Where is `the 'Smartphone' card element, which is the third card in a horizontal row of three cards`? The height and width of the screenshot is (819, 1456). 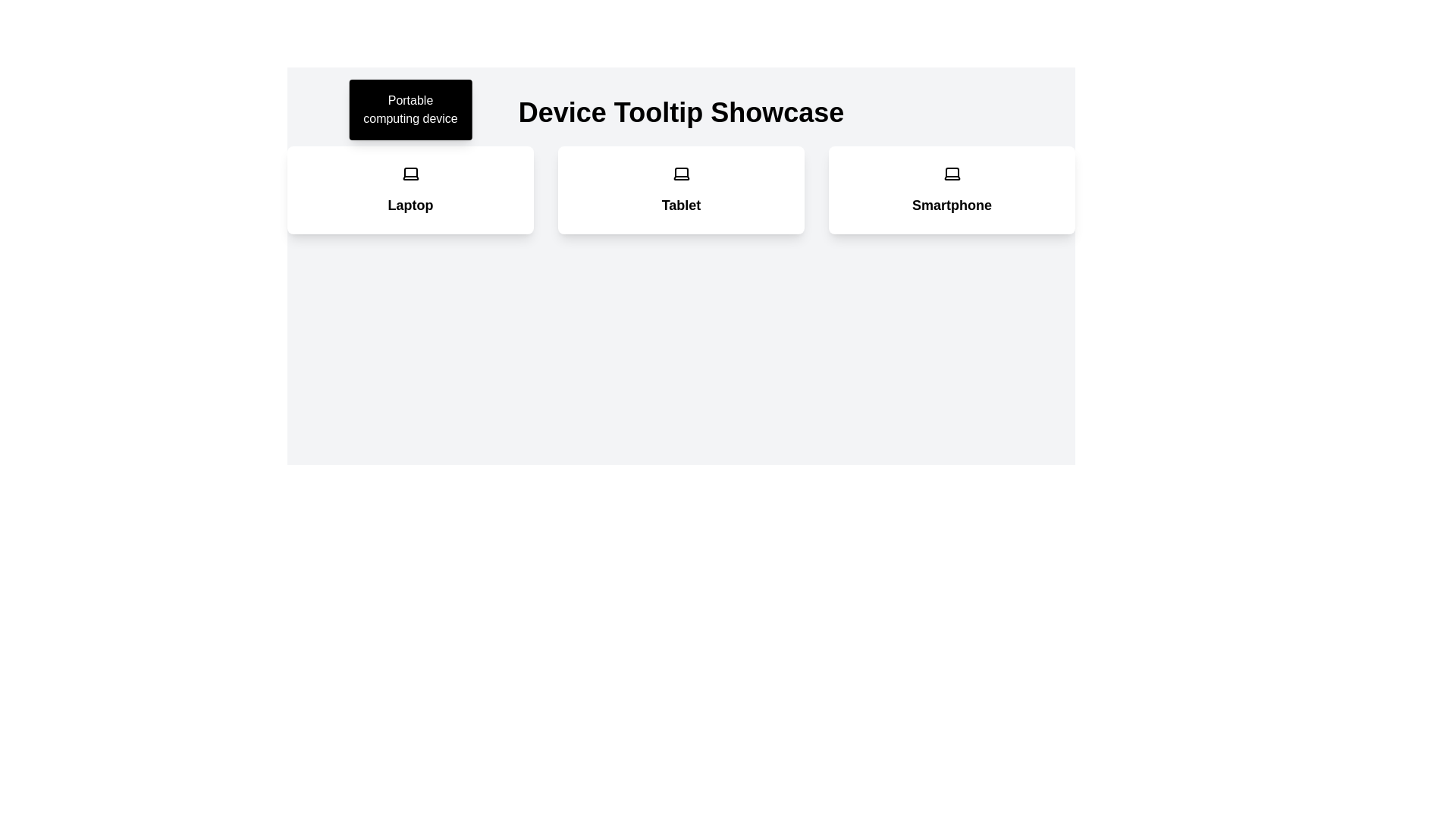
the 'Smartphone' card element, which is the third card in a horizontal row of three cards is located at coordinates (951, 189).